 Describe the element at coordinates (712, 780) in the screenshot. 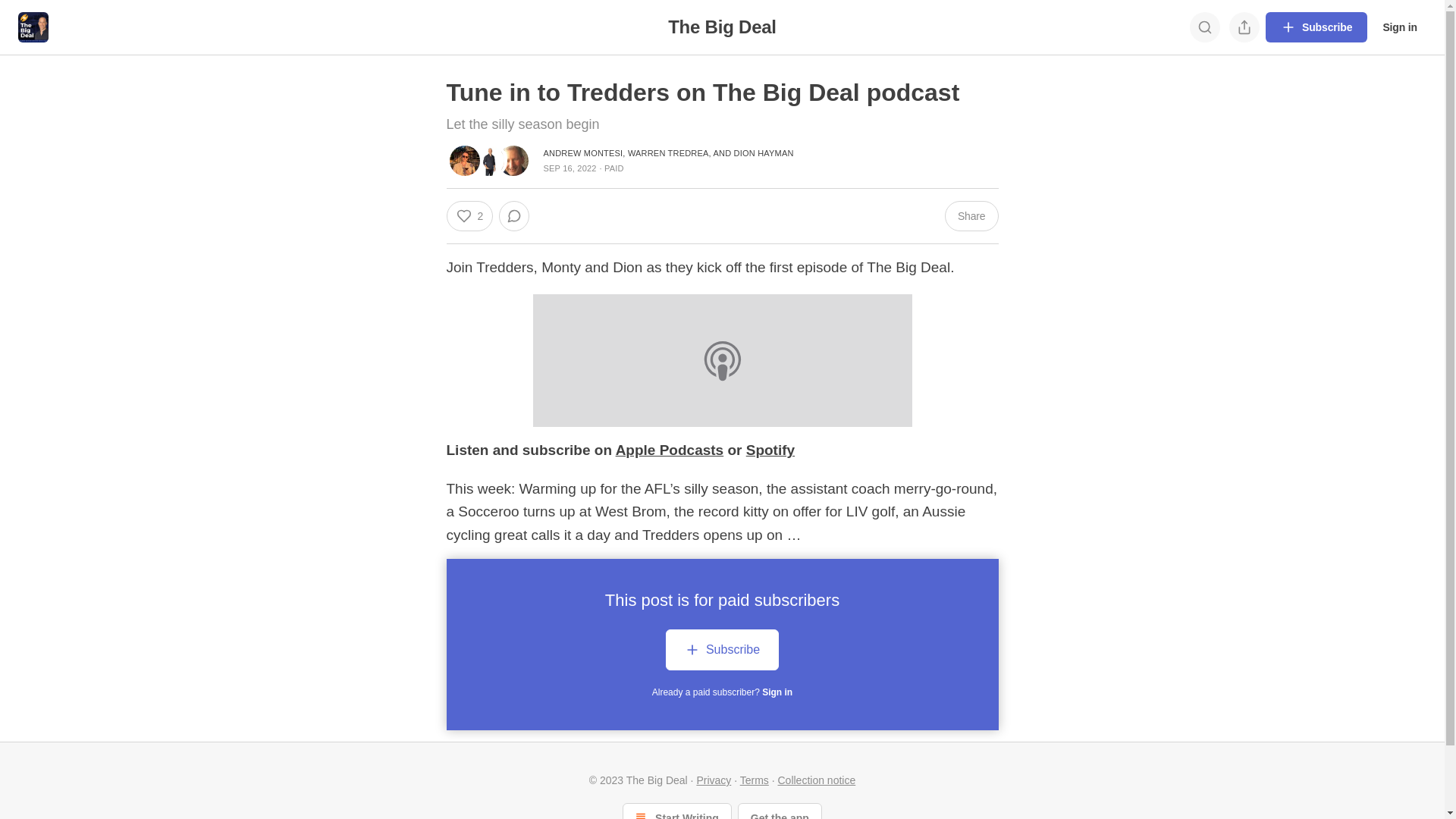

I see `'Privacy'` at that location.